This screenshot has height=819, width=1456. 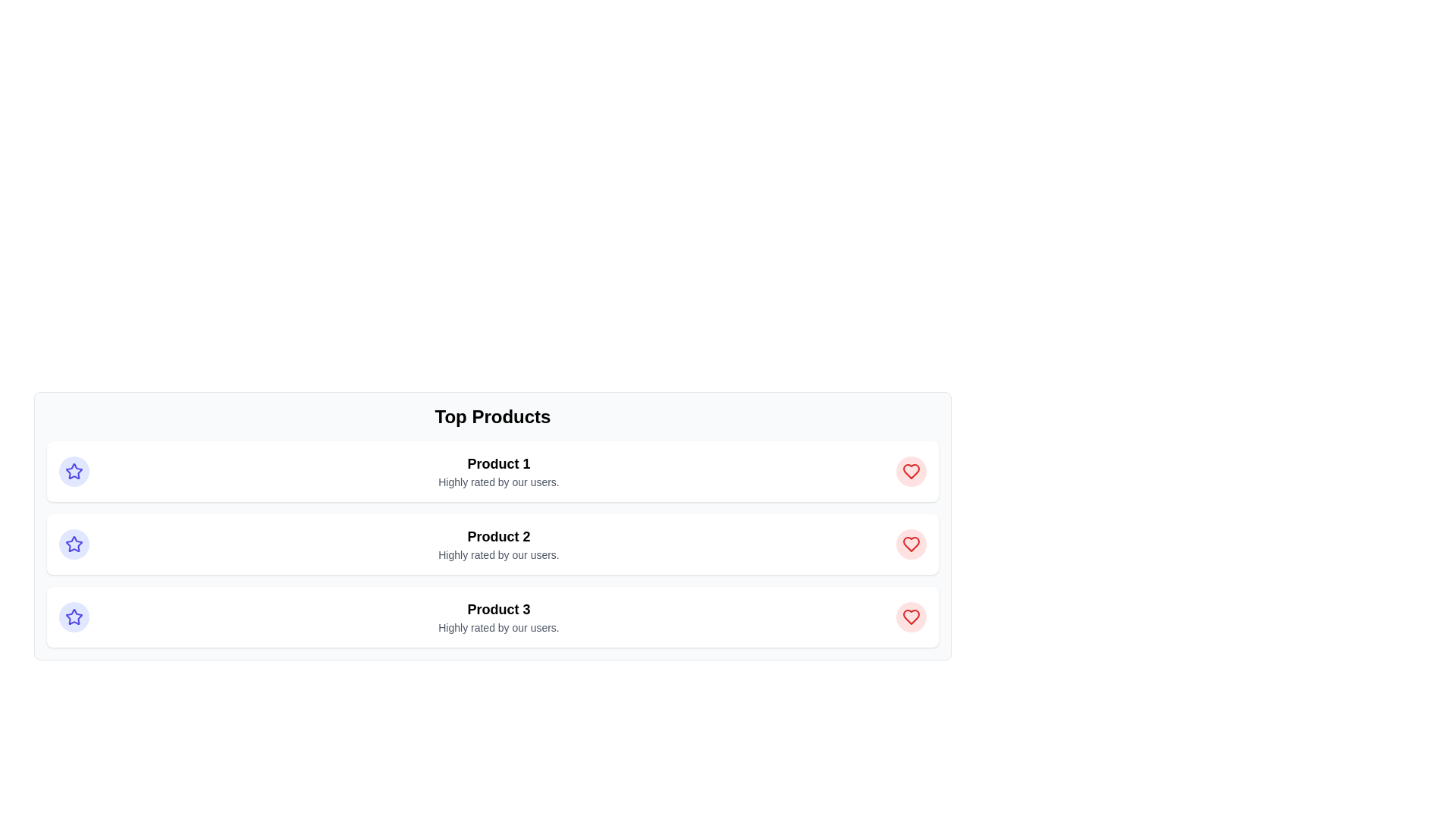 What do you see at coordinates (910, 470) in the screenshot?
I see `the heart icon button located at the right end of the first row of product listings` at bounding box center [910, 470].